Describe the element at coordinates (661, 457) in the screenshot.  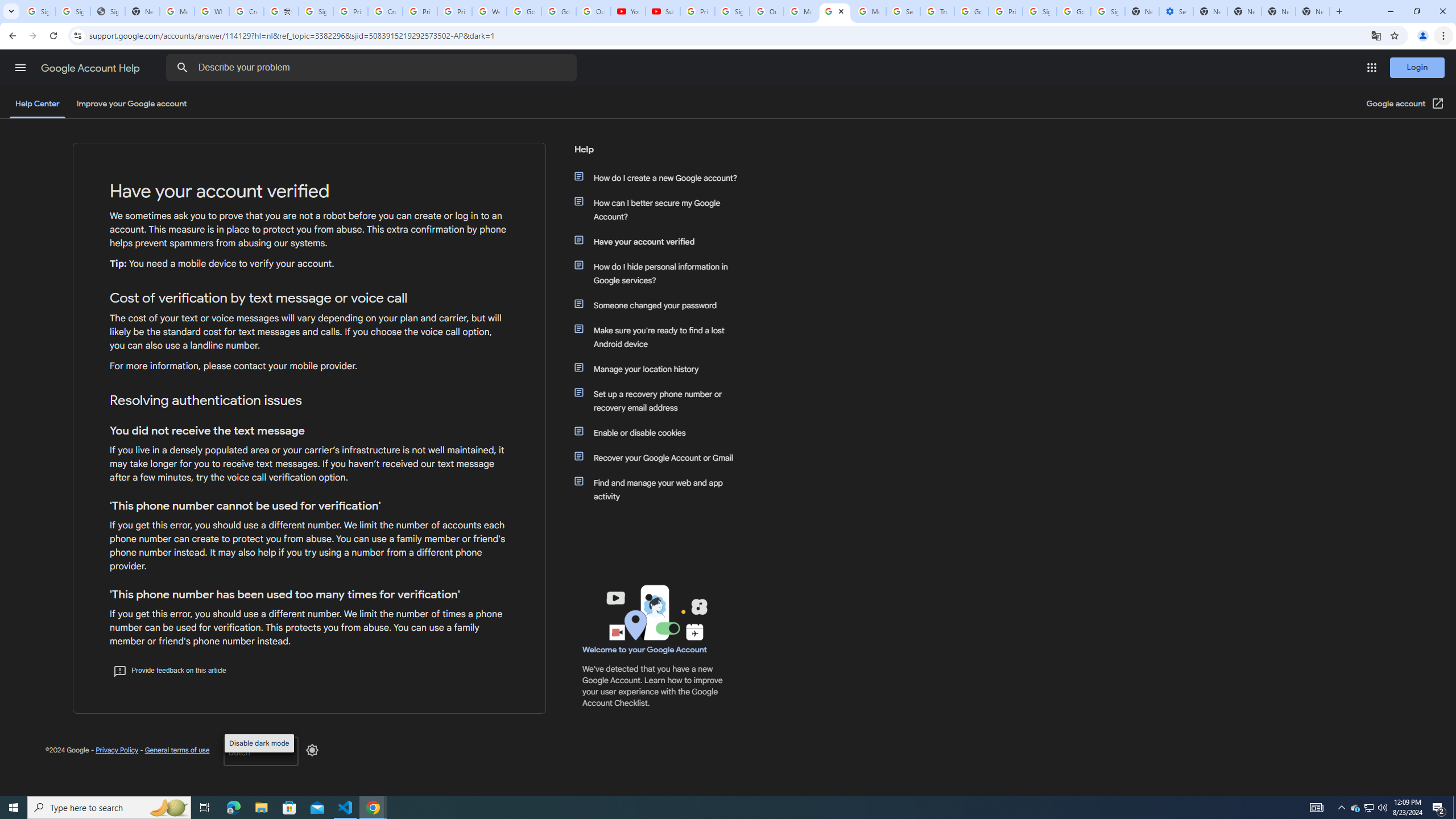
I see `'Recover your Google Account or Gmail'` at that location.